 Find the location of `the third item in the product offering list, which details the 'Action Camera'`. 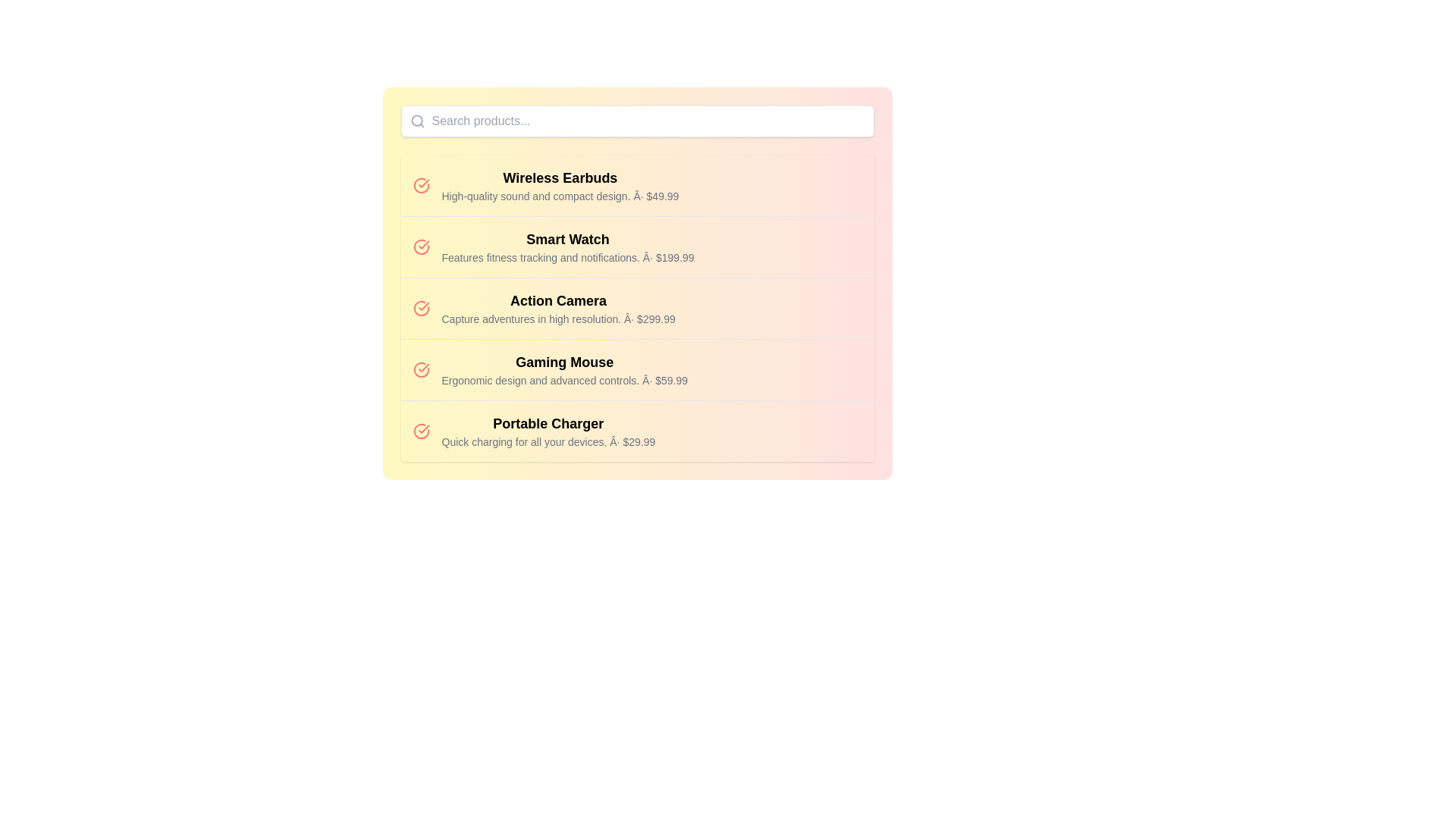

the third item in the product offering list, which details the 'Action Camera' is located at coordinates (637, 308).